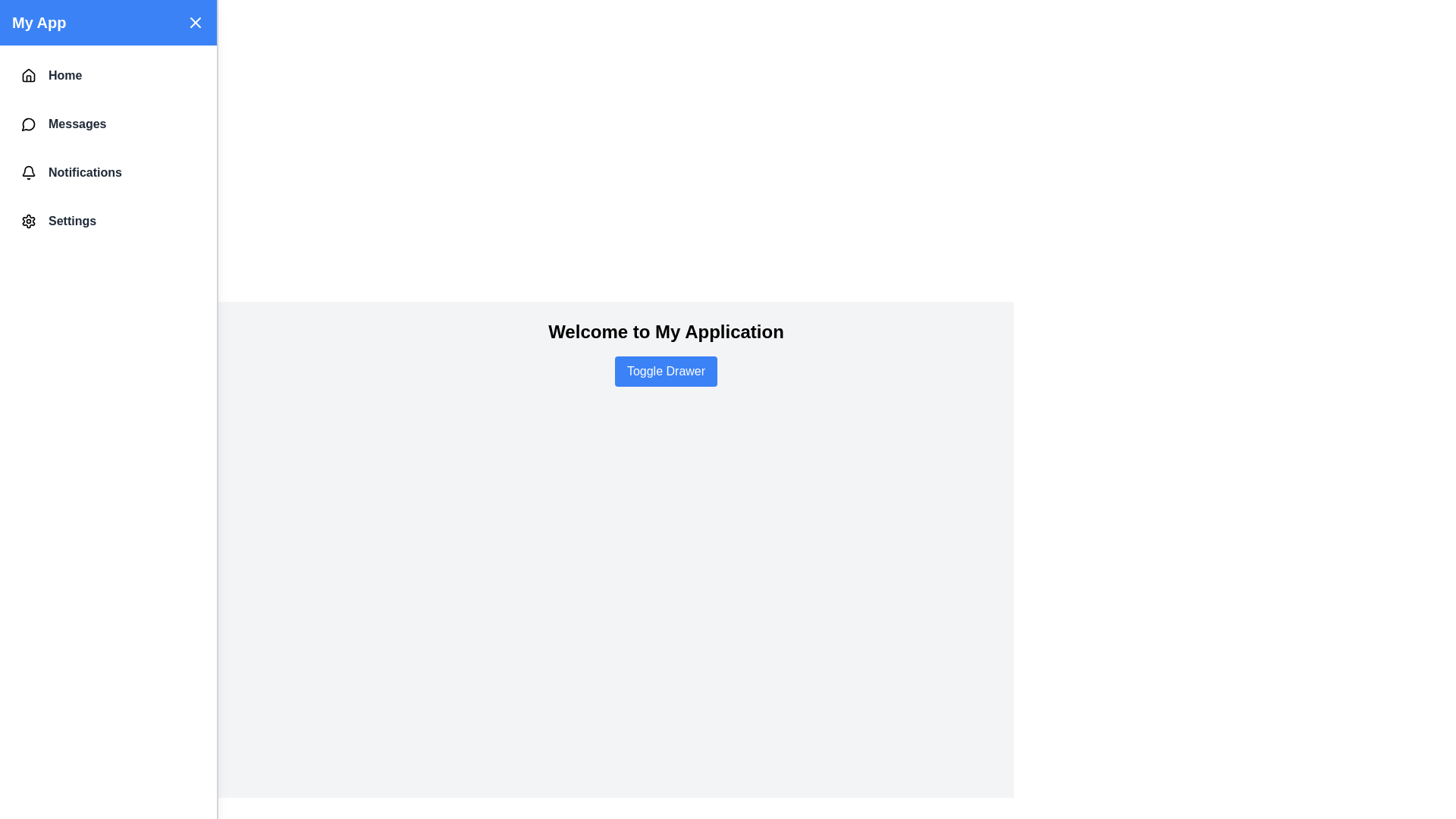 The width and height of the screenshot is (1456, 819). What do you see at coordinates (666, 371) in the screenshot?
I see `'Toggle Drawer' button to toggle the drawer open or closed` at bounding box center [666, 371].